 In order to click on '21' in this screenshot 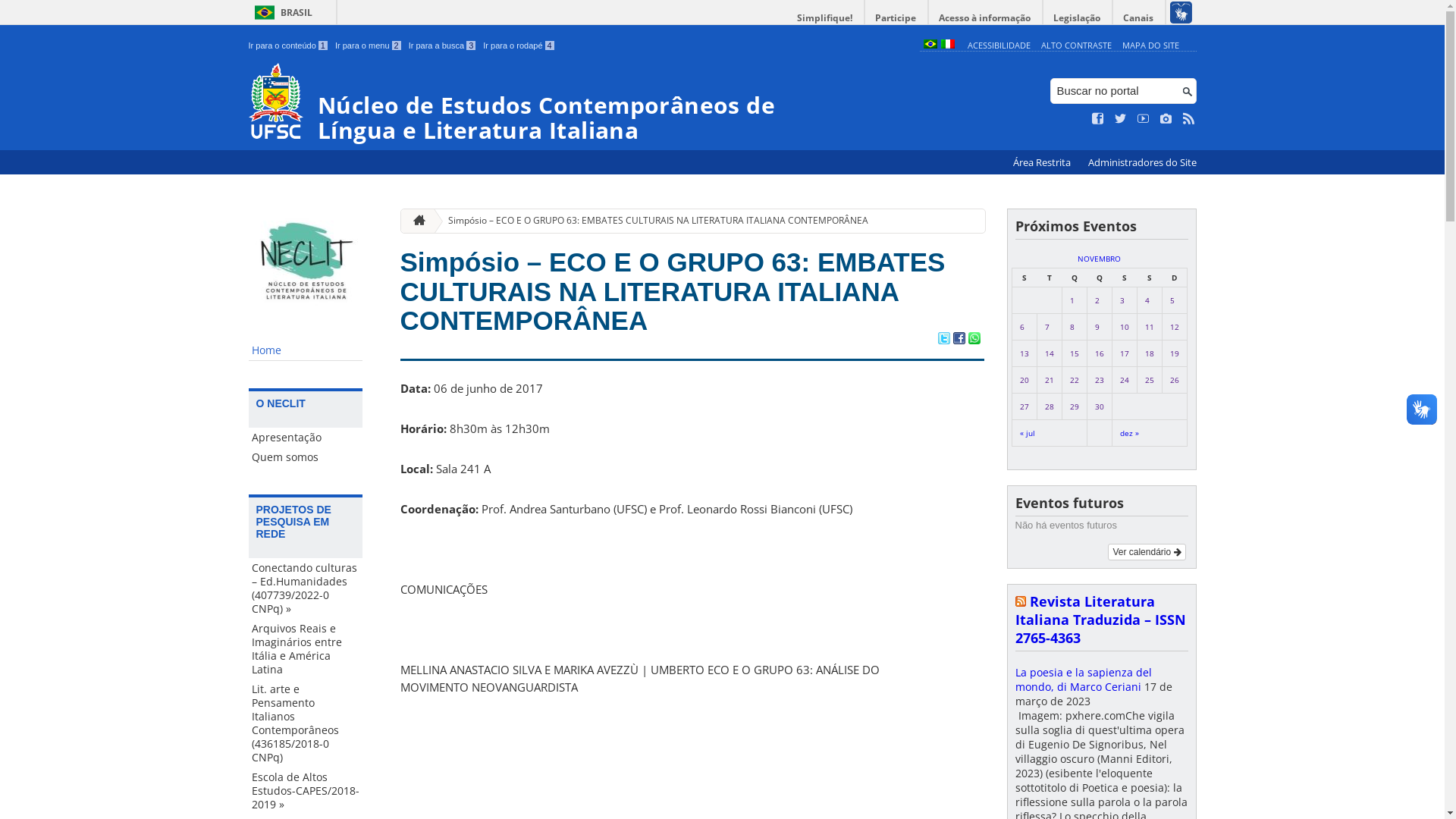, I will do `click(1048, 379)`.